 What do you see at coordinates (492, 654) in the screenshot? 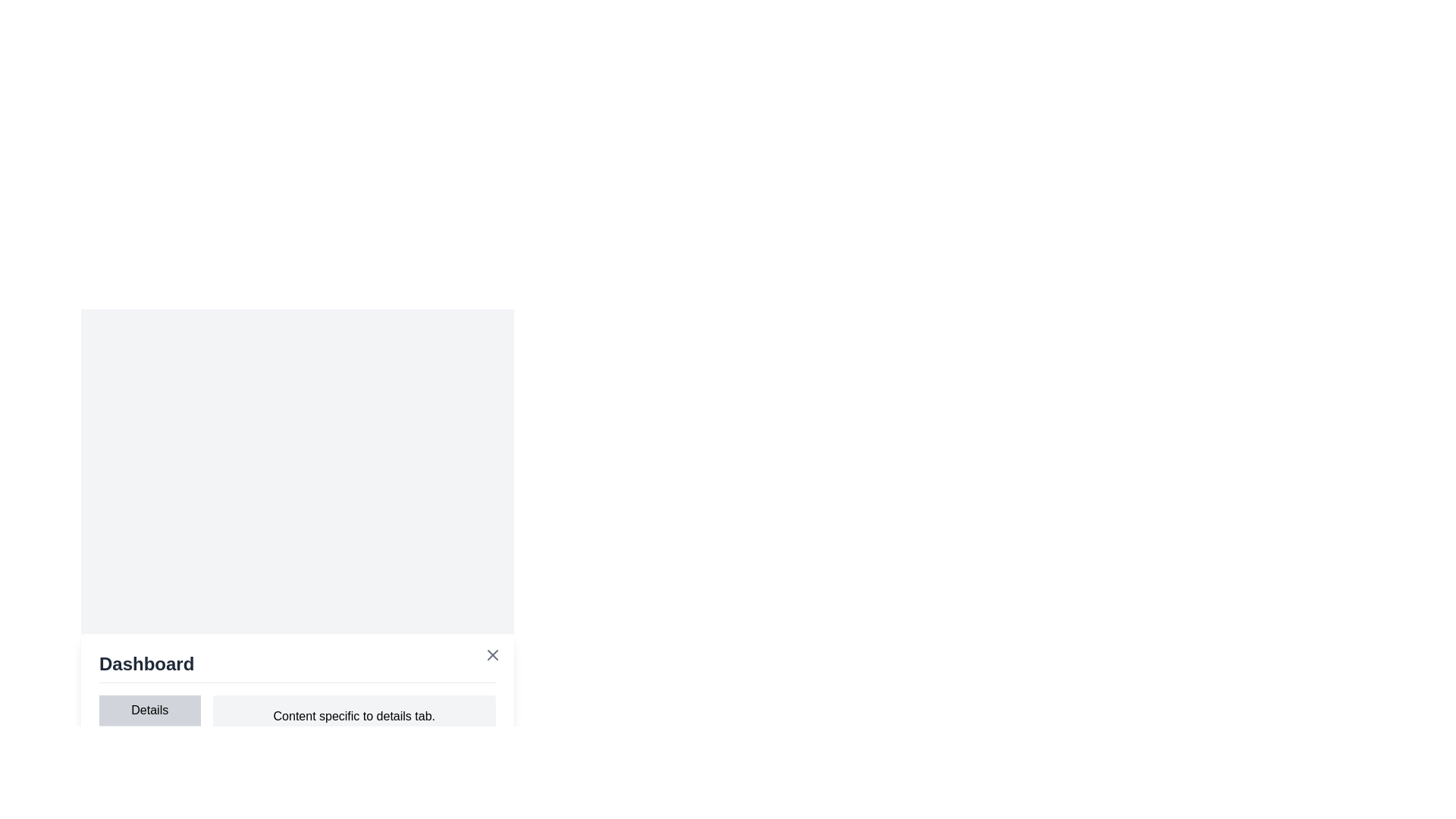
I see `the close button of the dialog to close it` at bounding box center [492, 654].